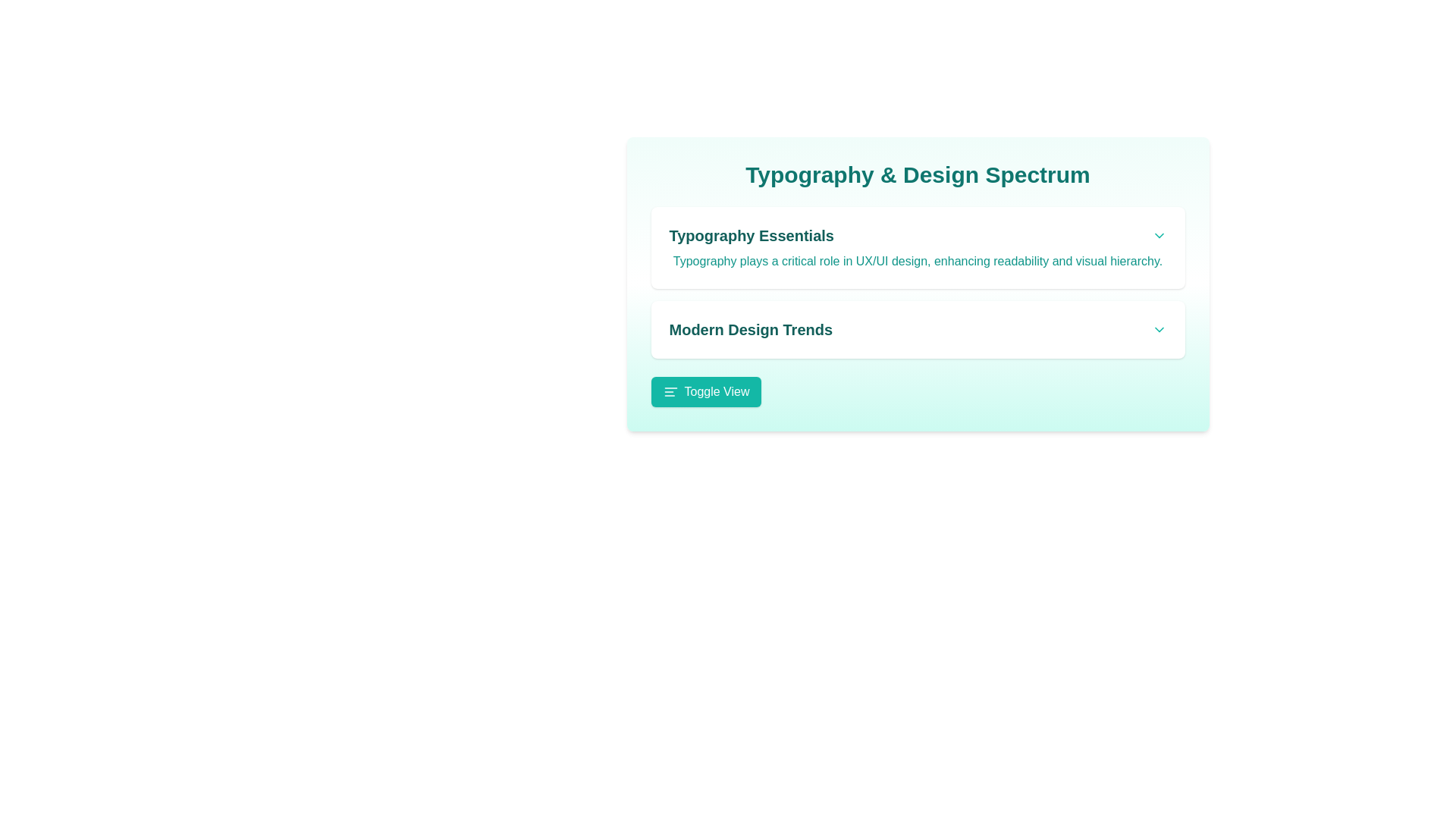 This screenshot has width=1456, height=819. I want to click on the 'Toggle View' button, which is a teal rectangular button with rounded corners, featuring white text and a layout toggle icon to its left, so click(705, 391).